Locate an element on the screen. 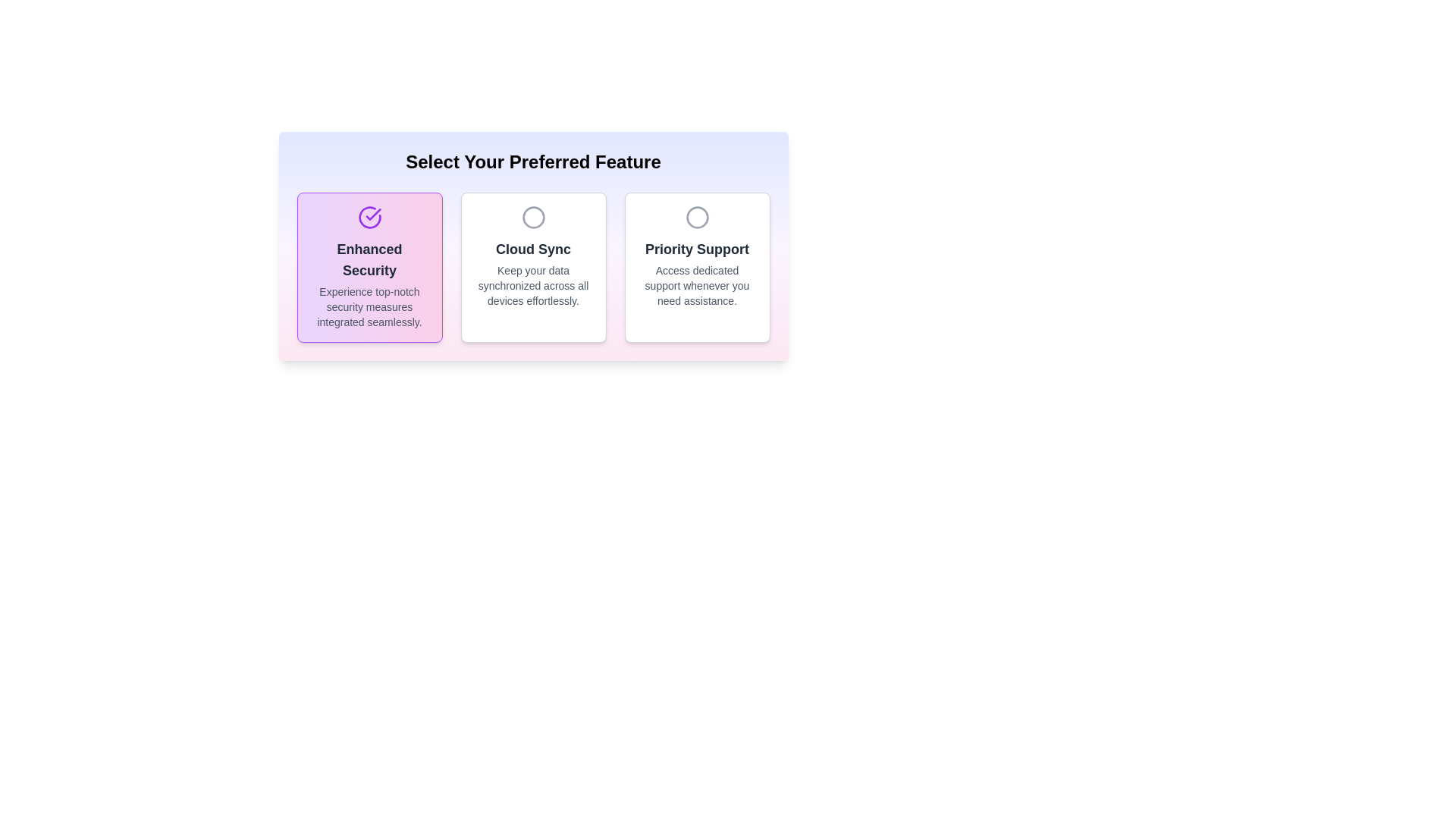 Image resolution: width=1456 pixels, height=819 pixels. text on the Informational Card that provides details about the 'Cloud Sync' feature, which is the second card in a set of three horizontally aligned cards is located at coordinates (533, 267).